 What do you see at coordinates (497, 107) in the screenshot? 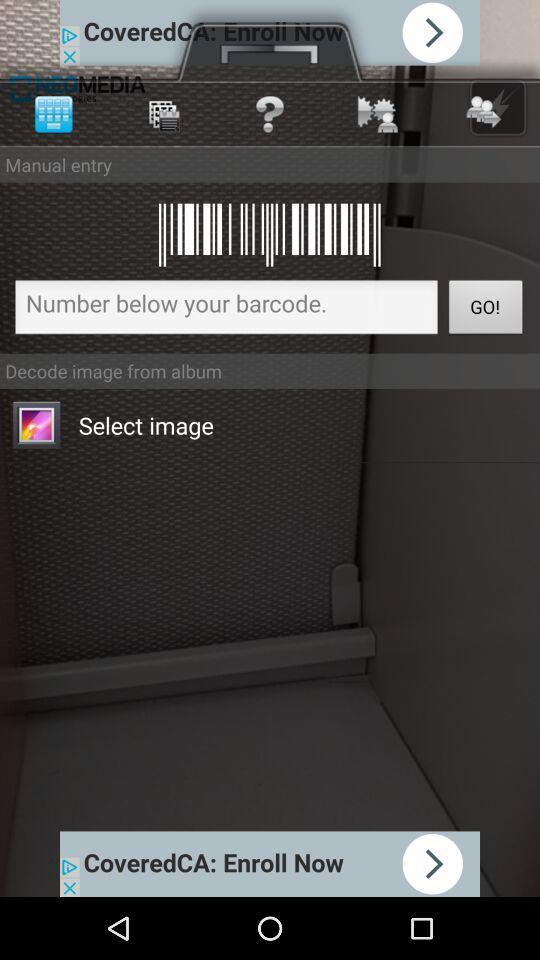
I see `the tab icon on the top right corner of the web page` at bounding box center [497, 107].